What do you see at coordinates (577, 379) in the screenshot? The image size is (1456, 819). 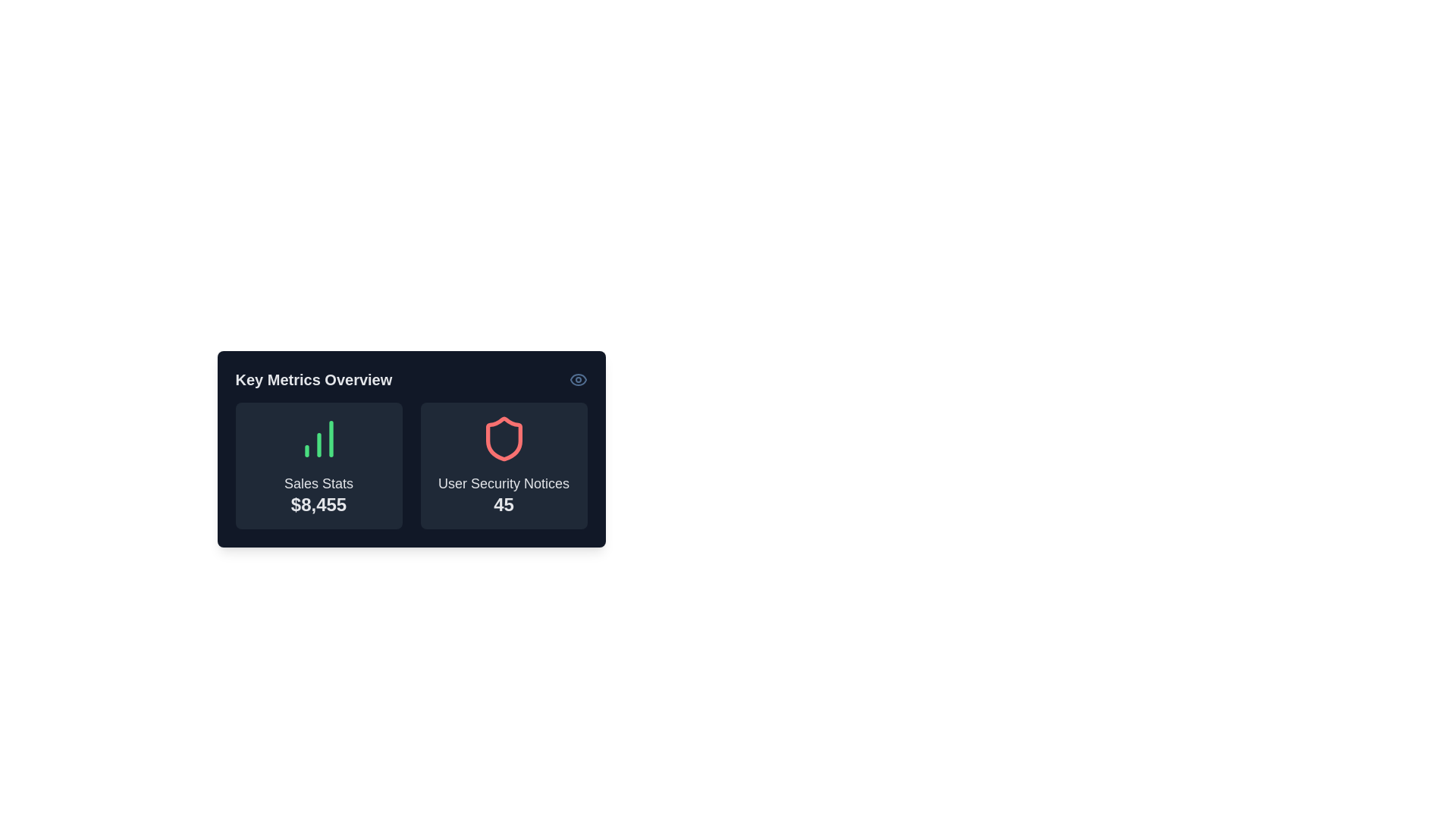 I see `the visual change of the decorative graphic that is an elliptical shape with a blue outline, part of an icon resembling an eye, located in the top-right corner of the 'Key Metrics Overview' panel` at bounding box center [577, 379].